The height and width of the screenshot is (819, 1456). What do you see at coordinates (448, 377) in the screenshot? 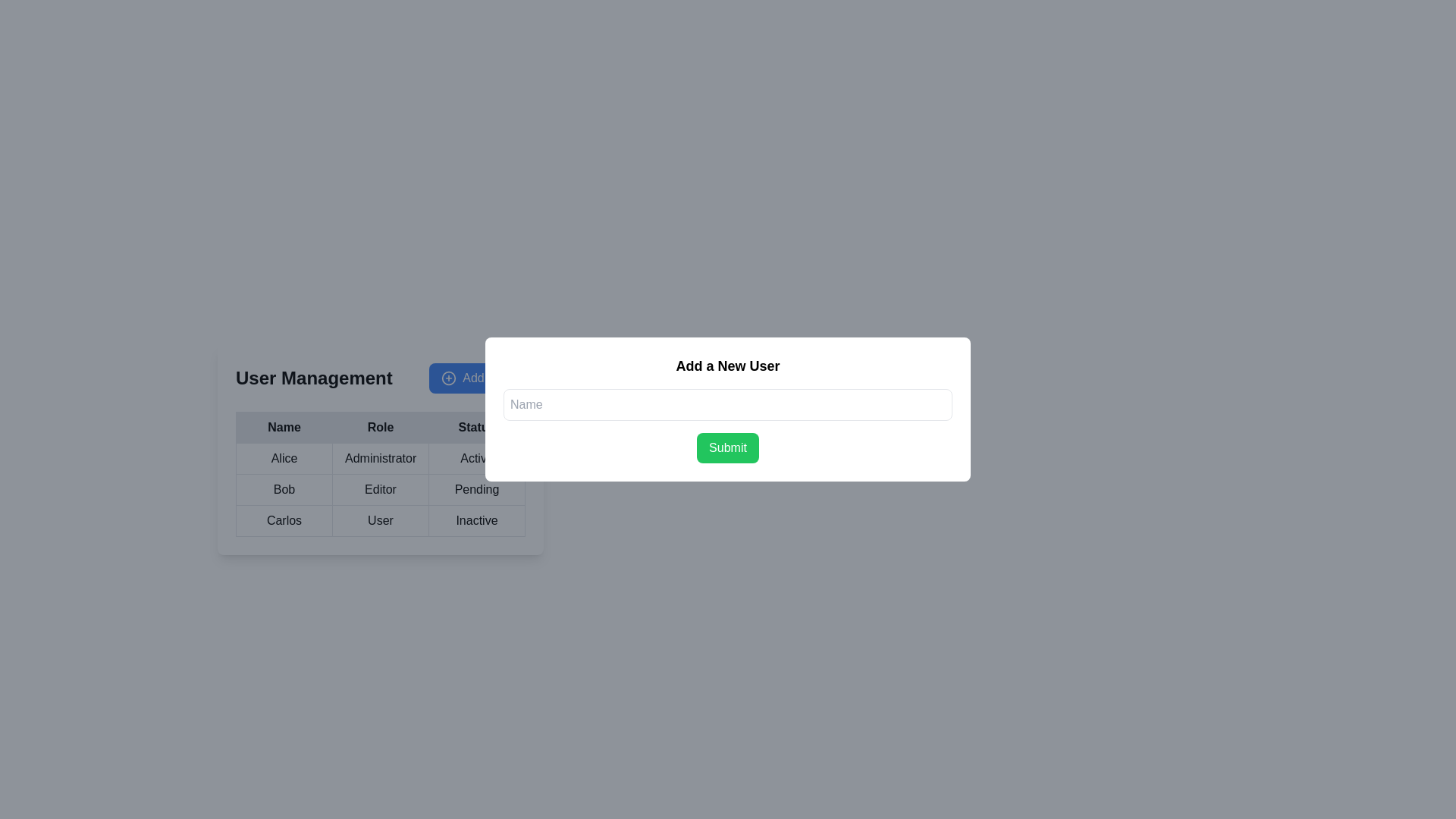
I see `the icon representing the action of adding a user, which is located to the immediate left of the 'Add User' text in the button at the top-right of the user management interface` at bounding box center [448, 377].